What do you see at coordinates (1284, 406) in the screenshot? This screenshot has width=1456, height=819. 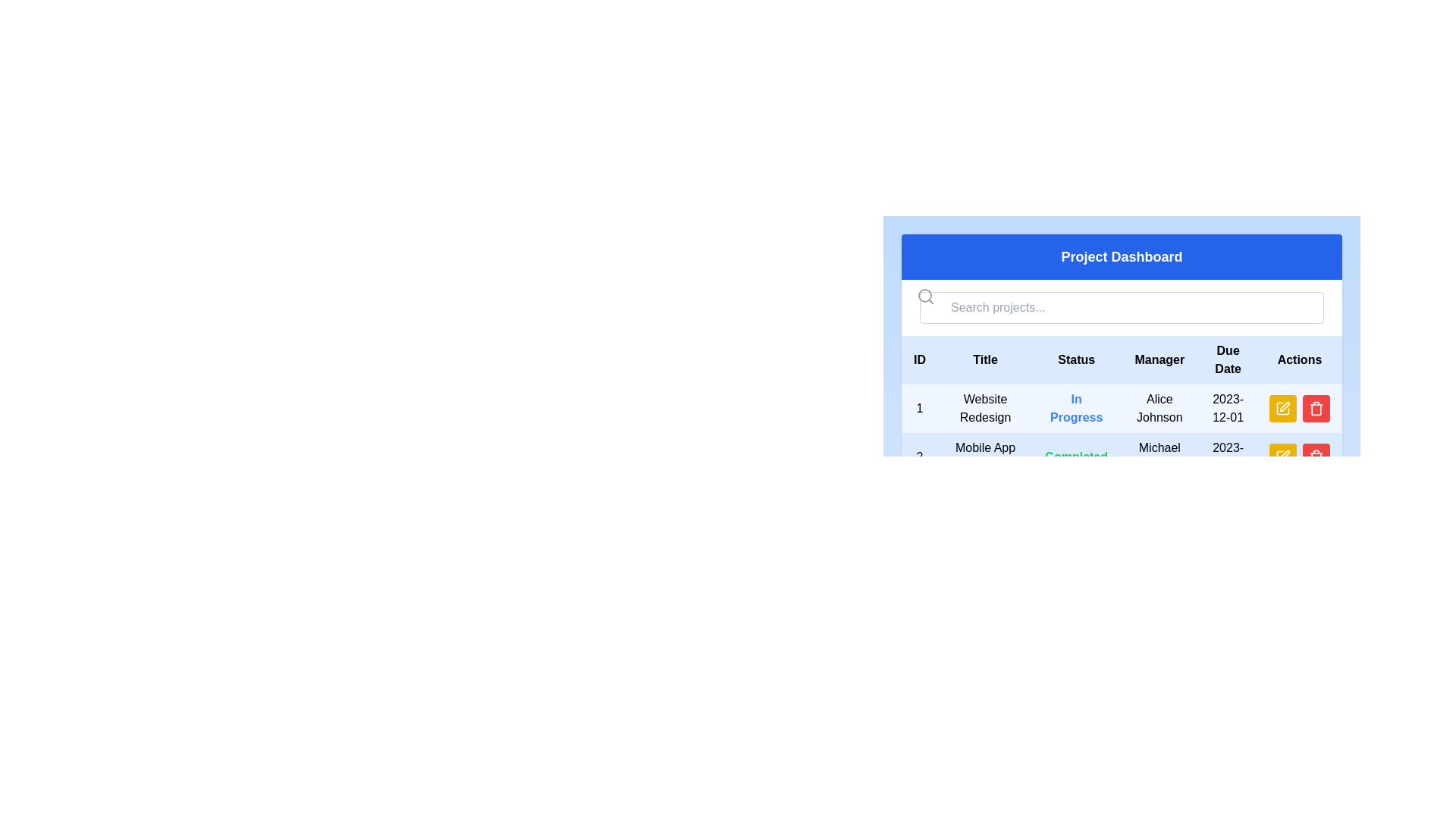 I see `the pen icon in the Actions column of the first row` at bounding box center [1284, 406].